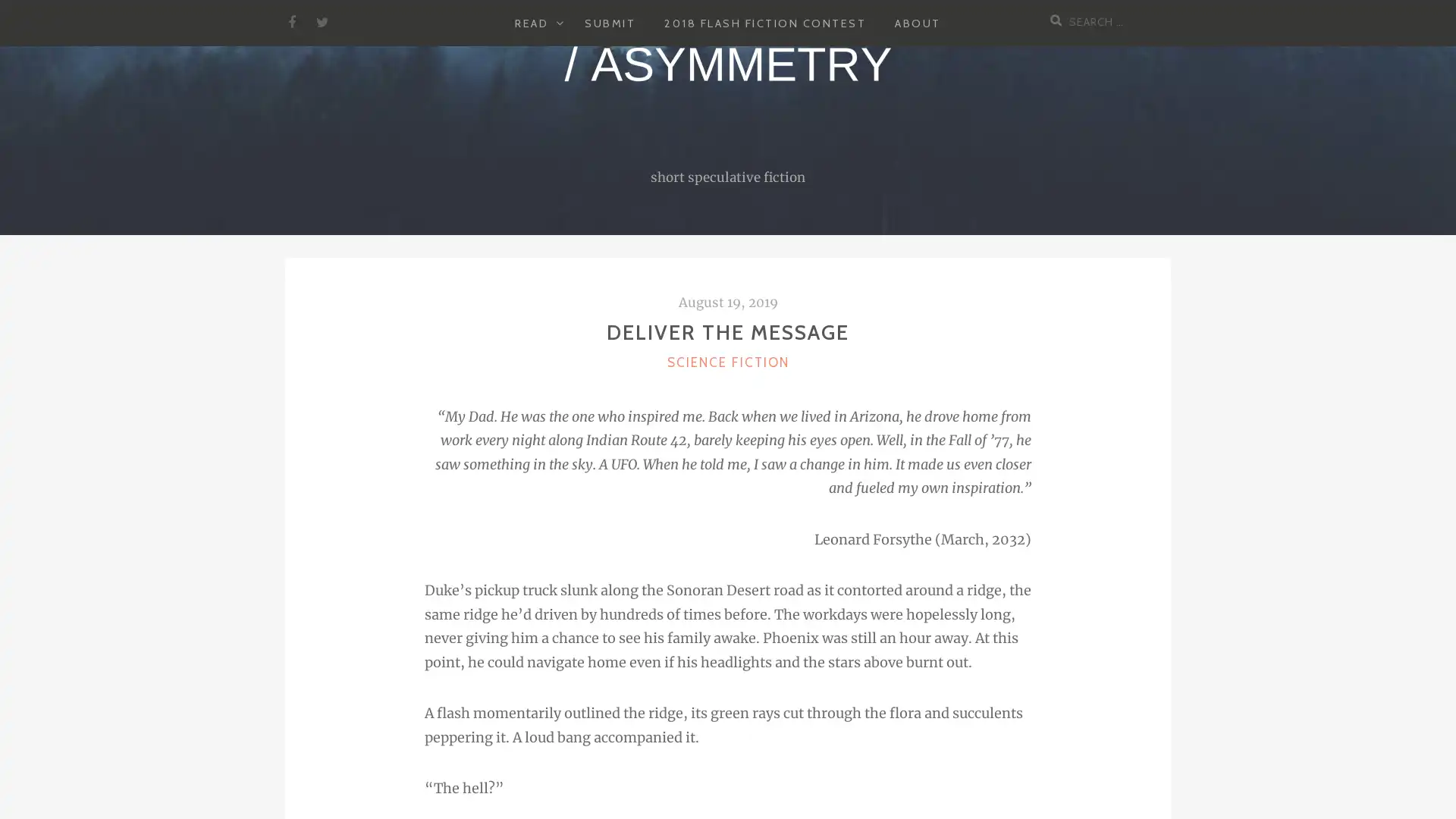 The image size is (1456, 819). What do you see at coordinates (1057, 20) in the screenshot?
I see `Search` at bounding box center [1057, 20].